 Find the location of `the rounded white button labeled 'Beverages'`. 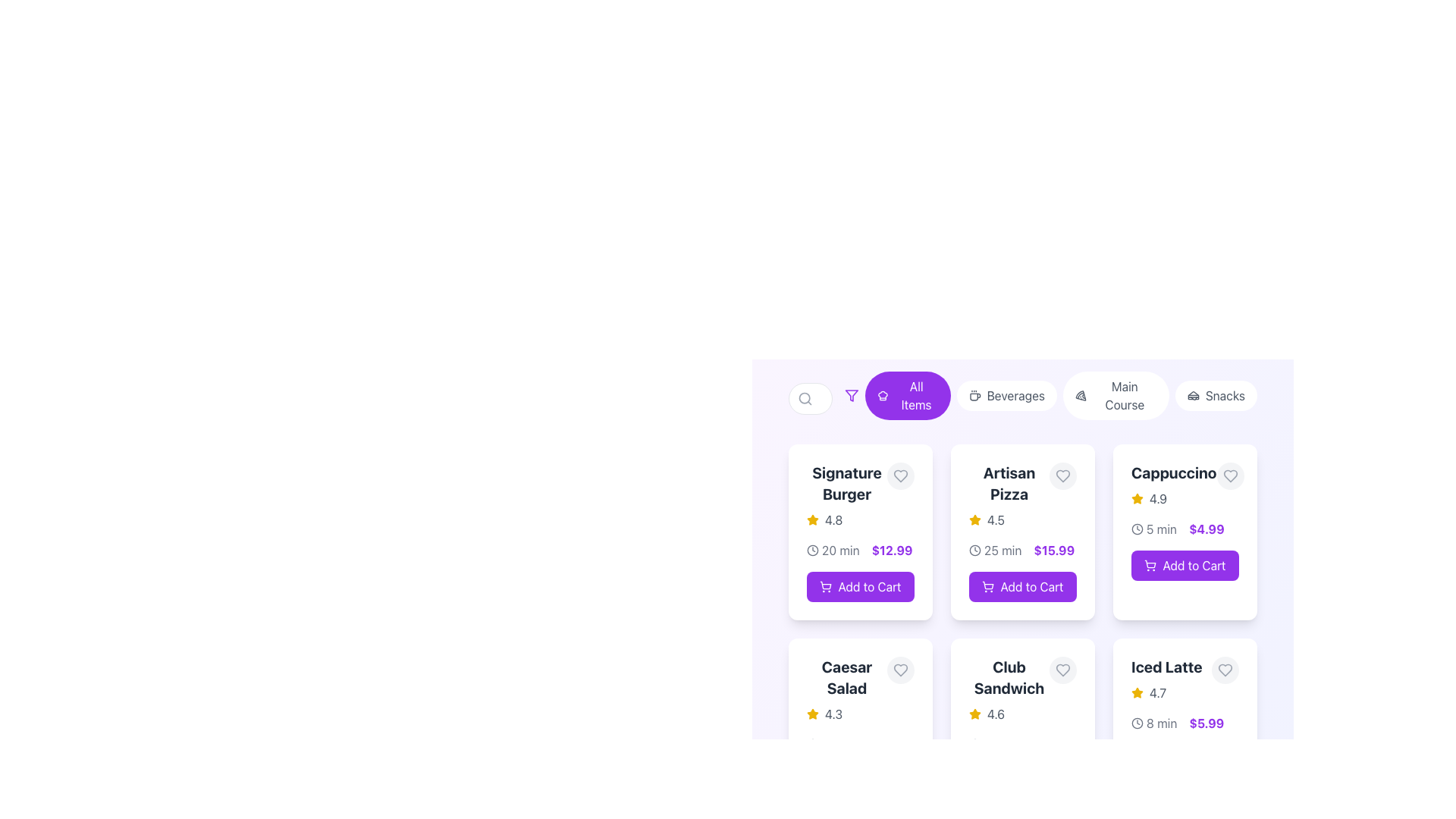

the rounded white button labeled 'Beverages' is located at coordinates (1022, 397).